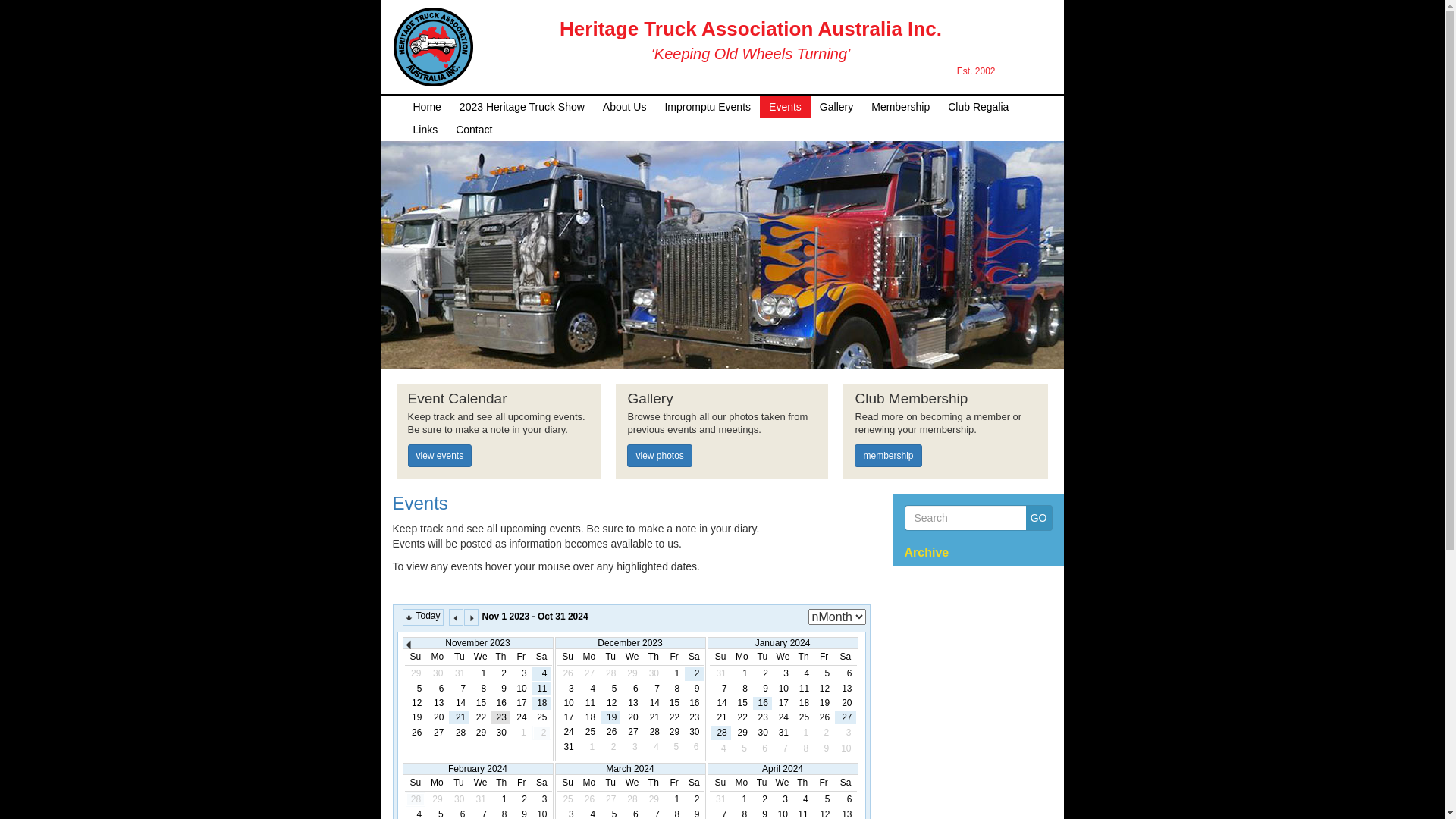  I want to click on 'membership', so click(888, 455).